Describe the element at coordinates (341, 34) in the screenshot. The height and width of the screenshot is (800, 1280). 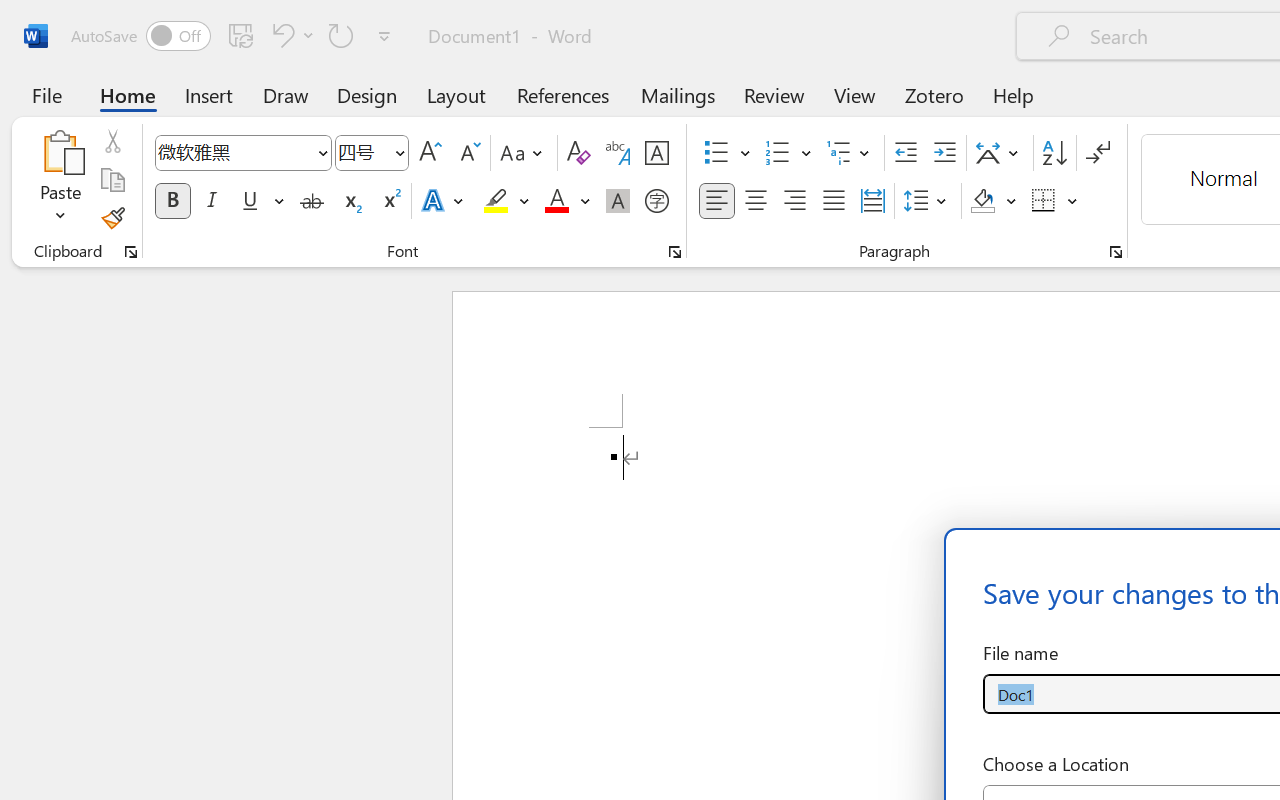
I see `'Repeat Style'` at that location.